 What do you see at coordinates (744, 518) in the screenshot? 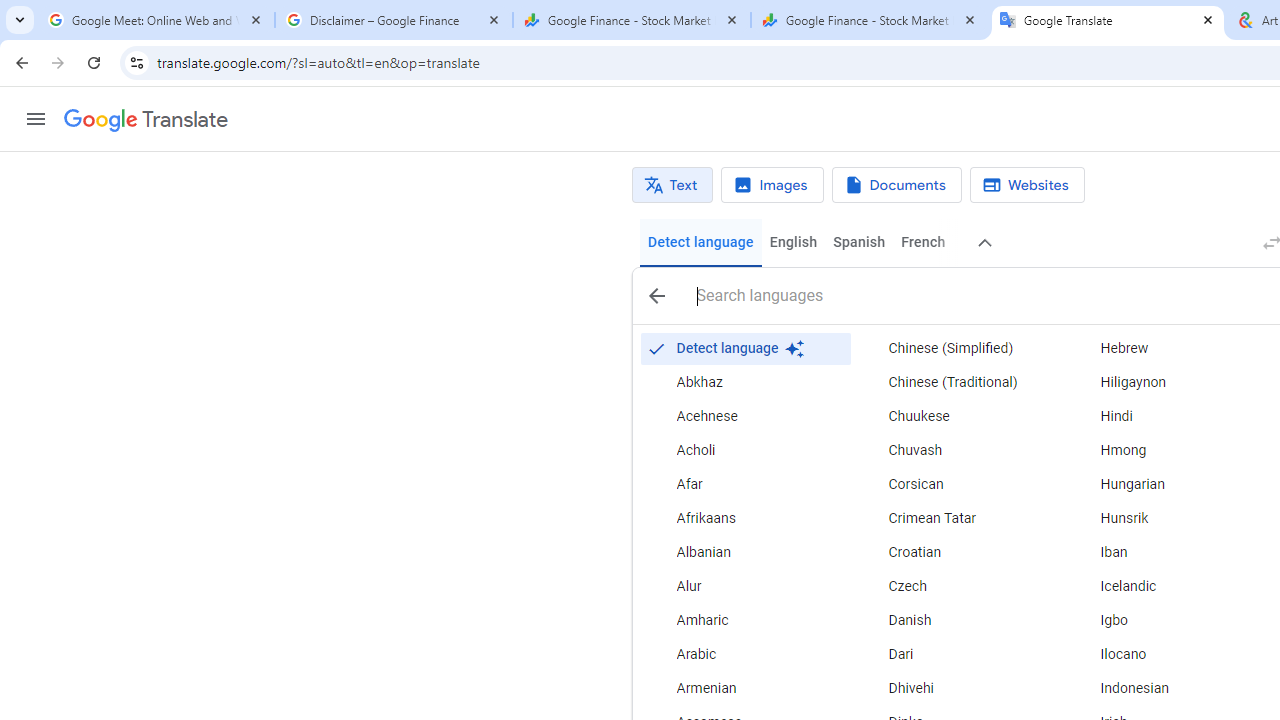
I see `'Afrikaans'` at bounding box center [744, 518].